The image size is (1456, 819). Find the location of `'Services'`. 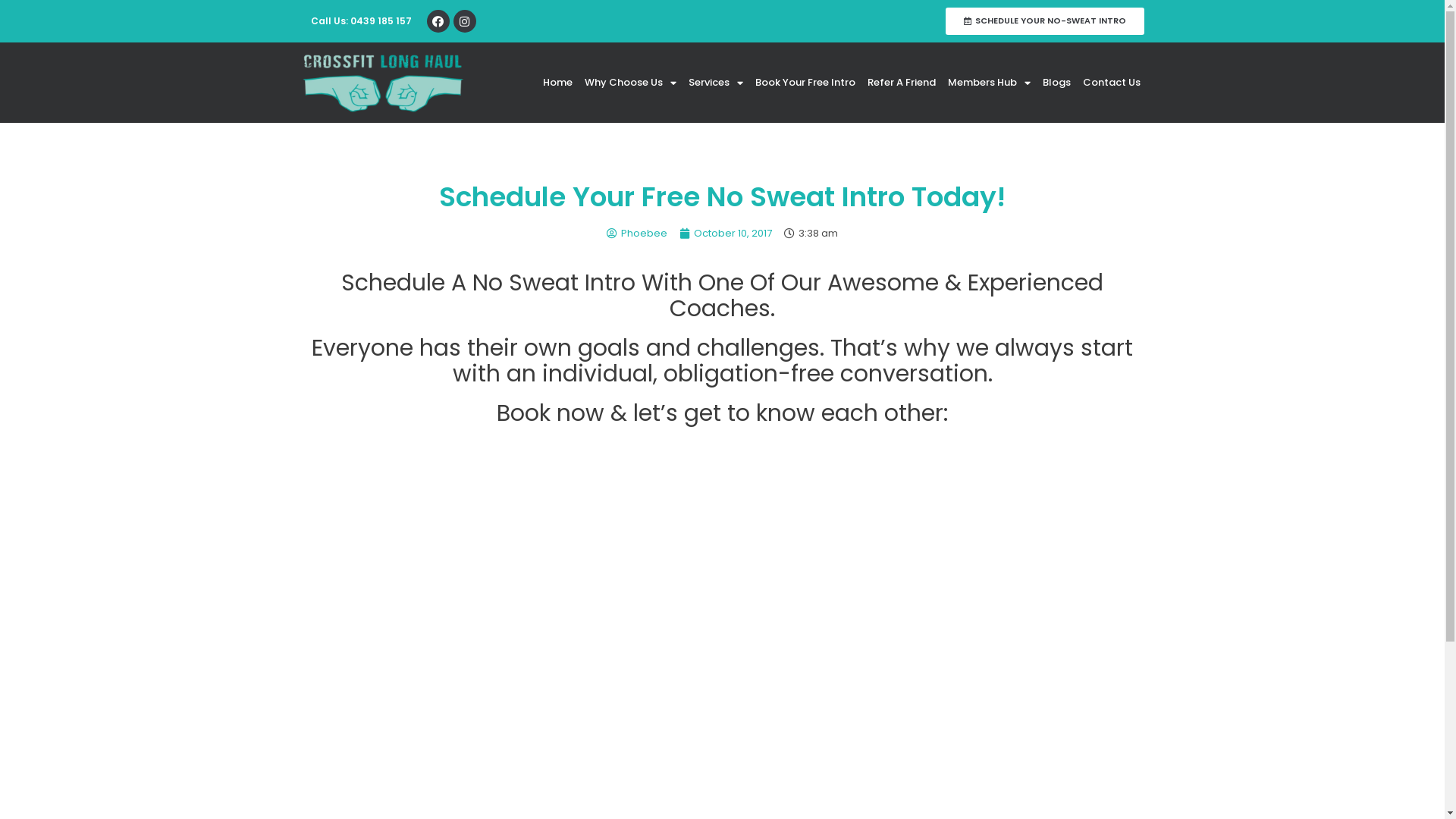

'Services' is located at coordinates (715, 82).